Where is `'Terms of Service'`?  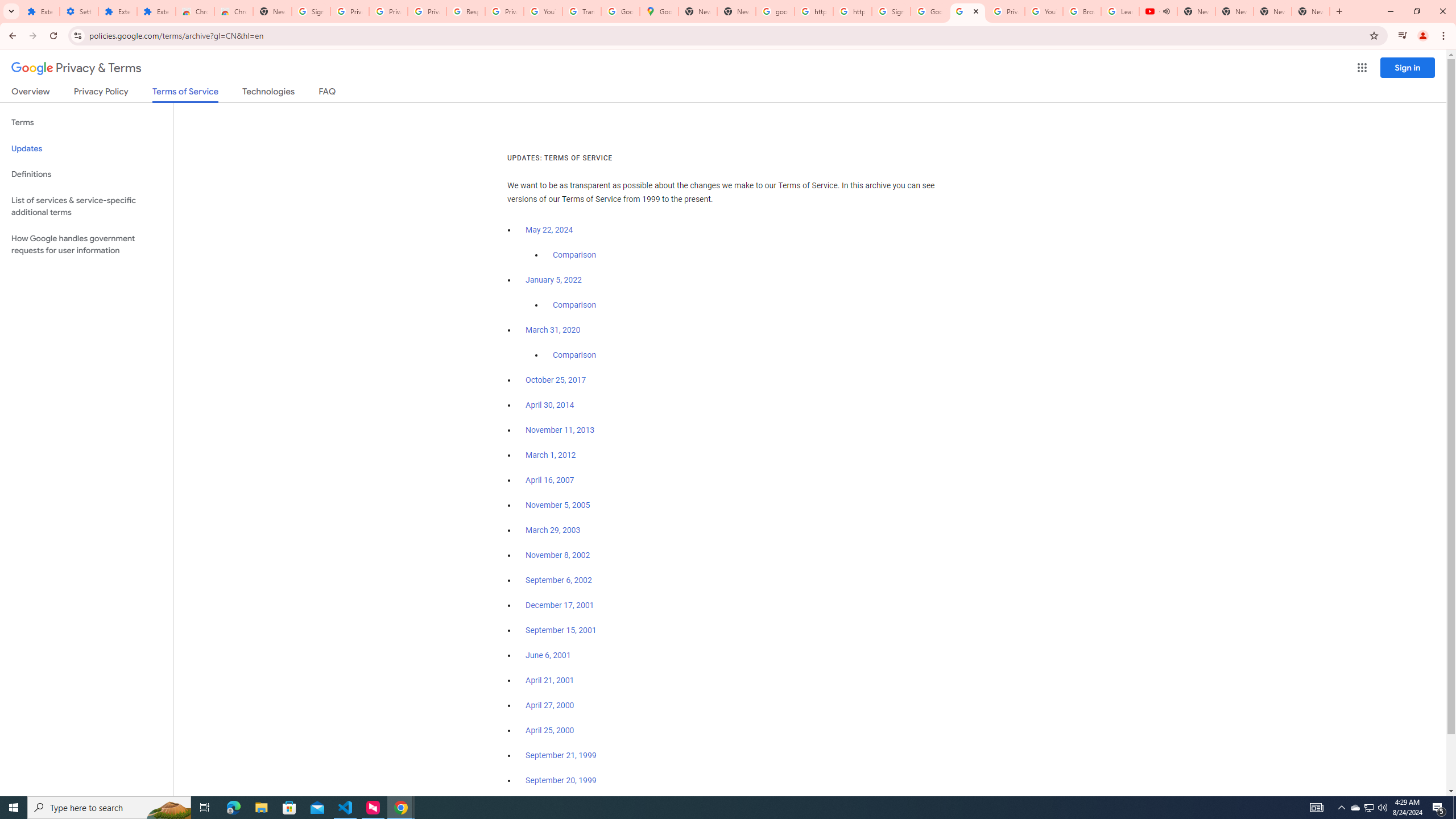
'Terms of Service' is located at coordinates (185, 94).